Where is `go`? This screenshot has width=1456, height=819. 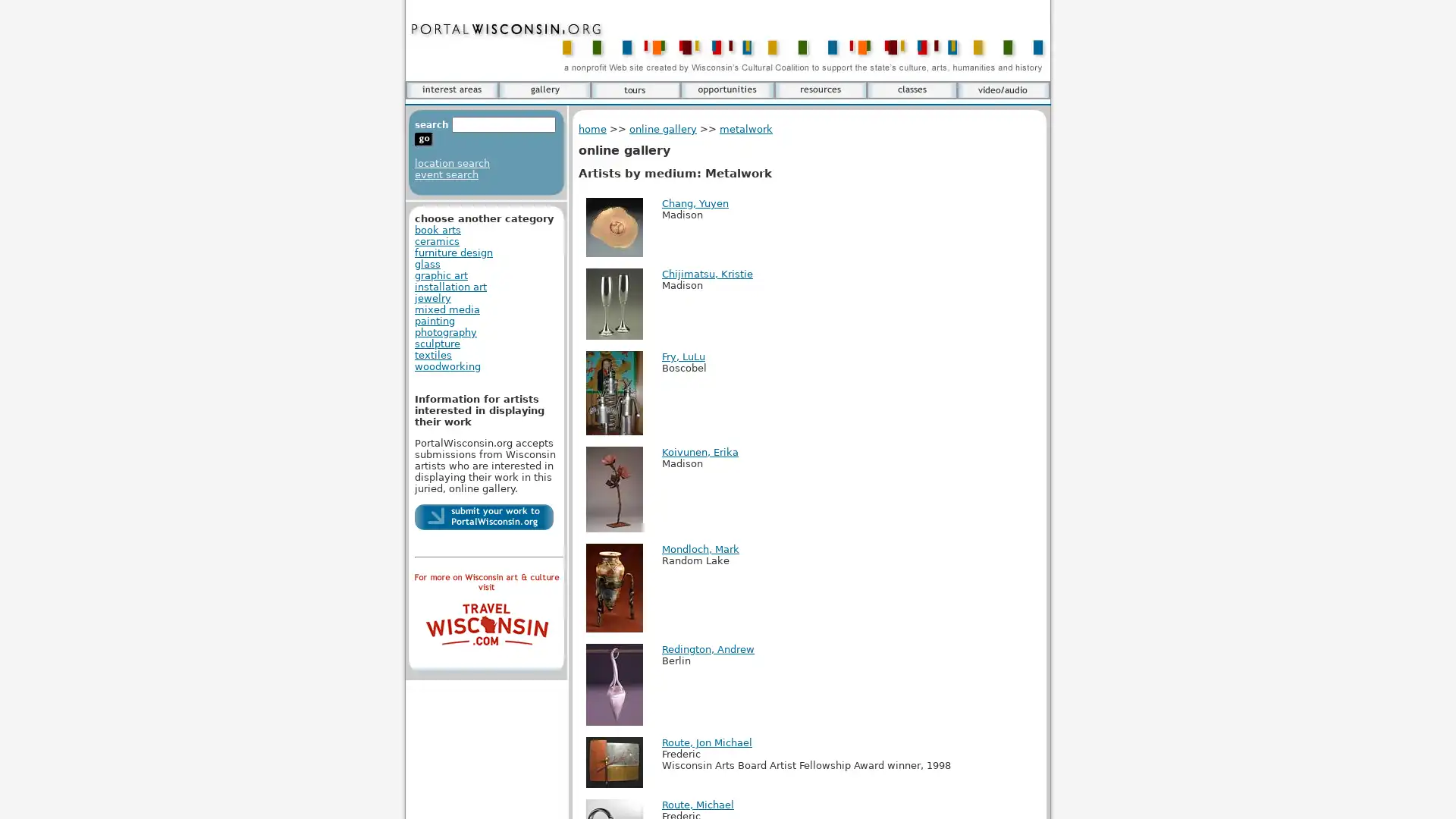 go is located at coordinates (423, 140).